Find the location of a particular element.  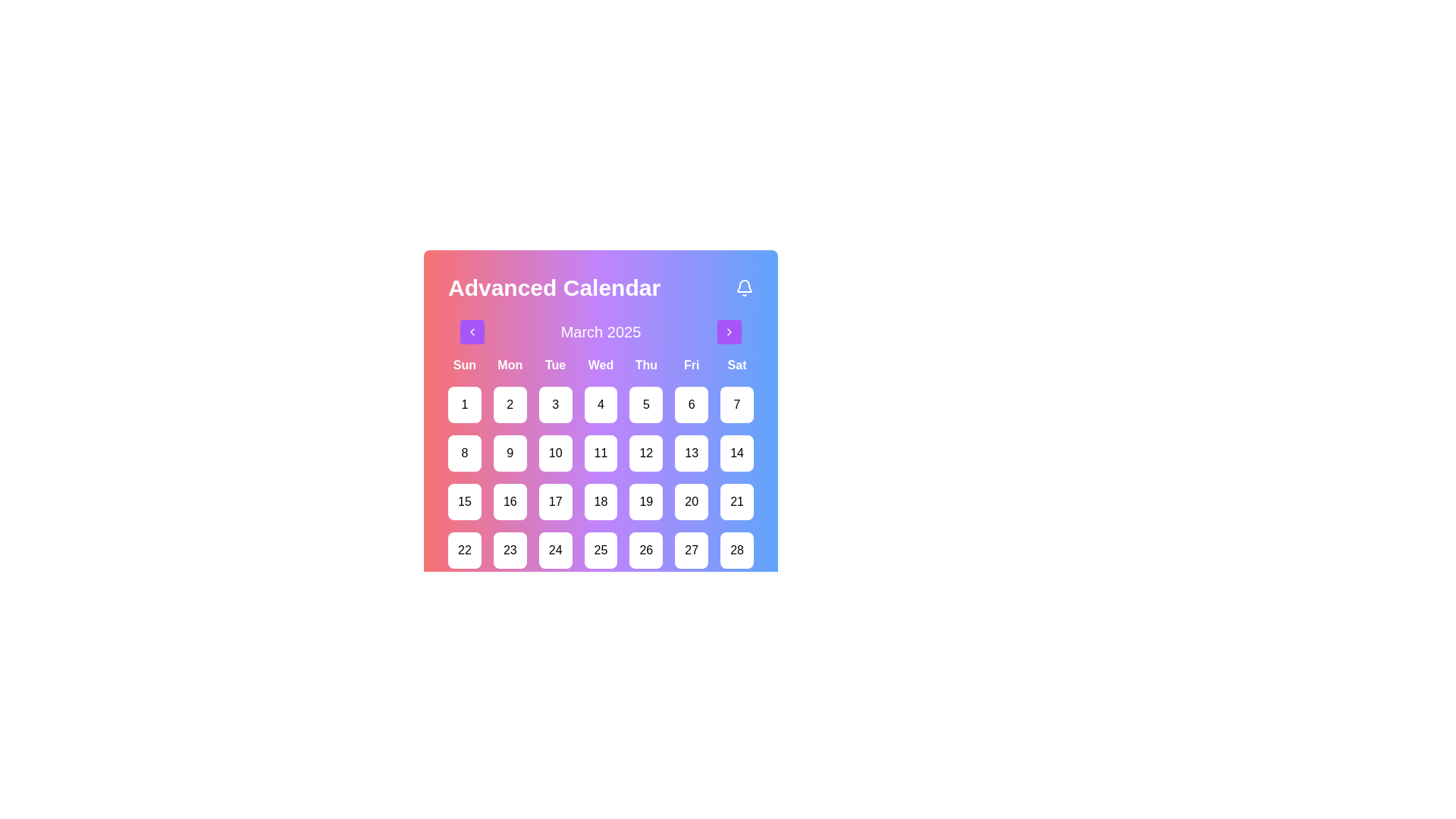

the button representing the date '24' in the March 2025 calendar grid, located in the 4th row and 4th column is located at coordinates (554, 550).